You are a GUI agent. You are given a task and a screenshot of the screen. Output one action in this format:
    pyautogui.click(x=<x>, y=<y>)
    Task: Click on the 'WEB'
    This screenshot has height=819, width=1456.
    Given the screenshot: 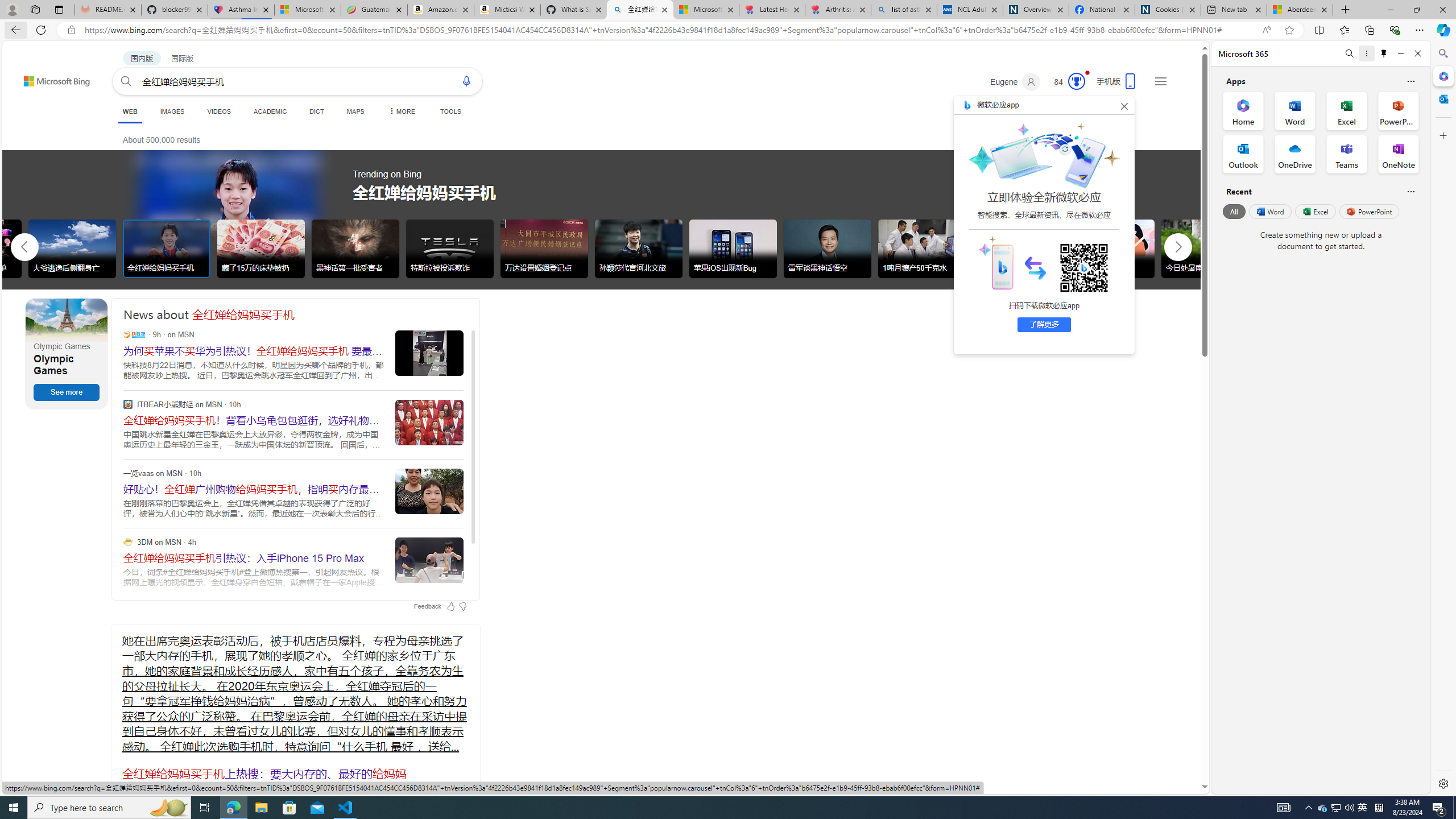 What is the action you would take?
    pyautogui.click(x=130, y=111)
    